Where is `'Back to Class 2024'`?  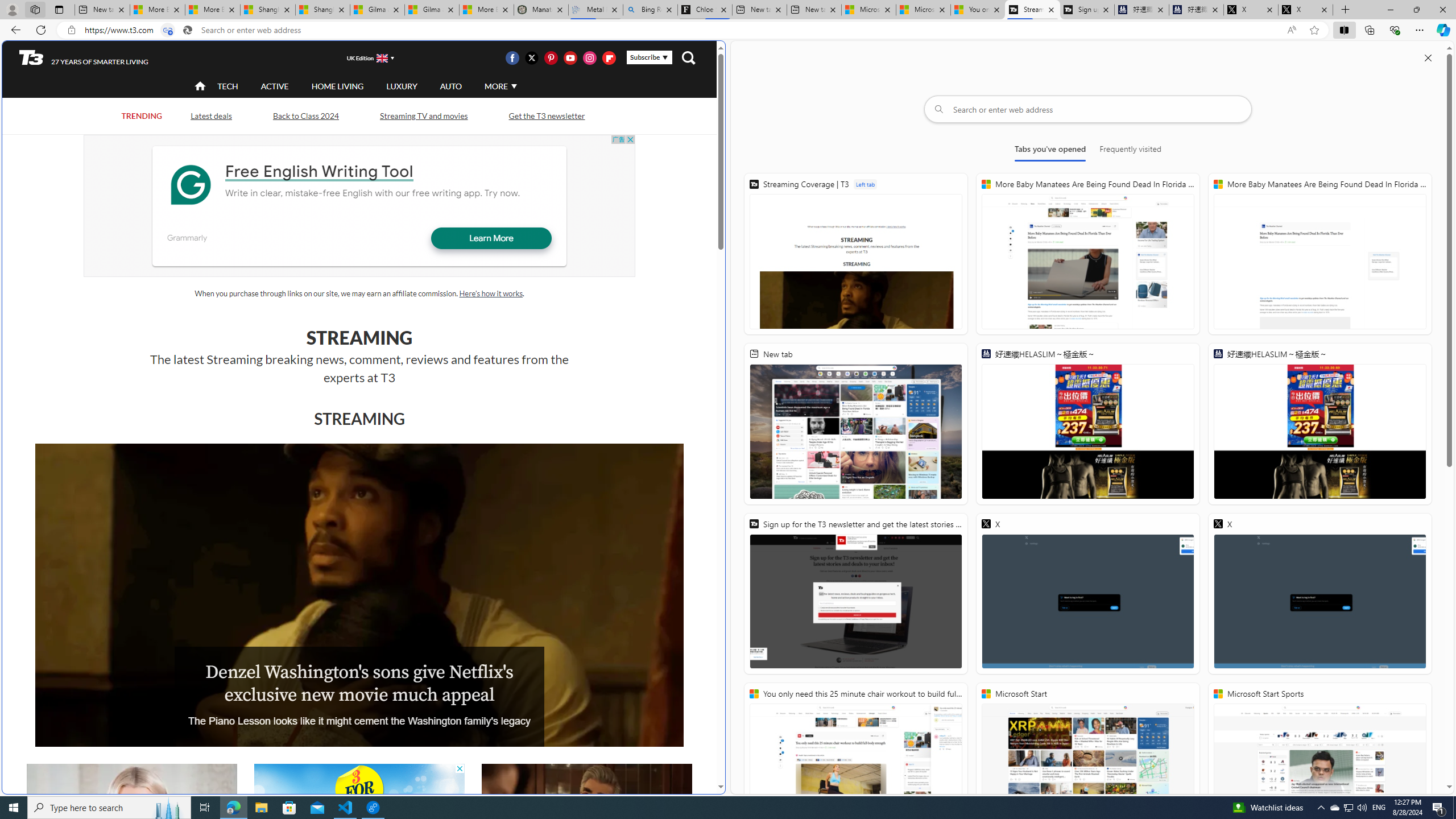 'Back to Class 2024' is located at coordinates (305, 115).